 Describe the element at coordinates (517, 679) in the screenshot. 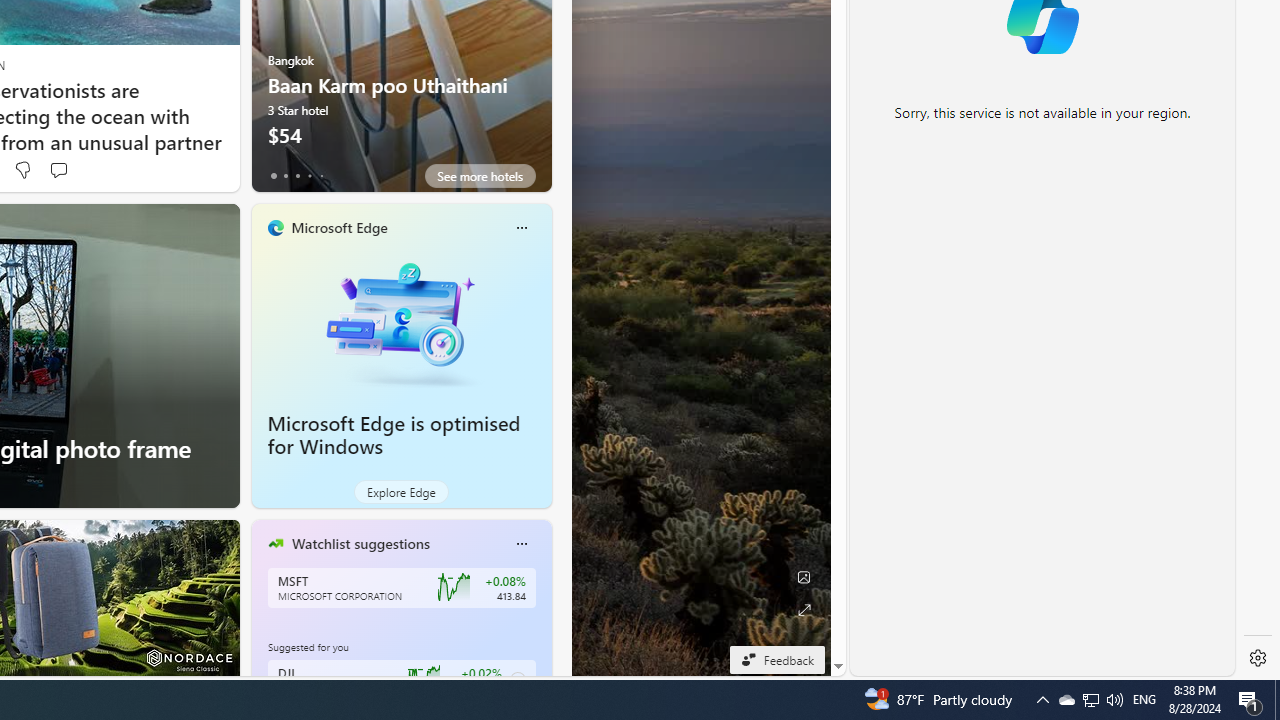

I see `'Class: follow-button  m'` at that location.